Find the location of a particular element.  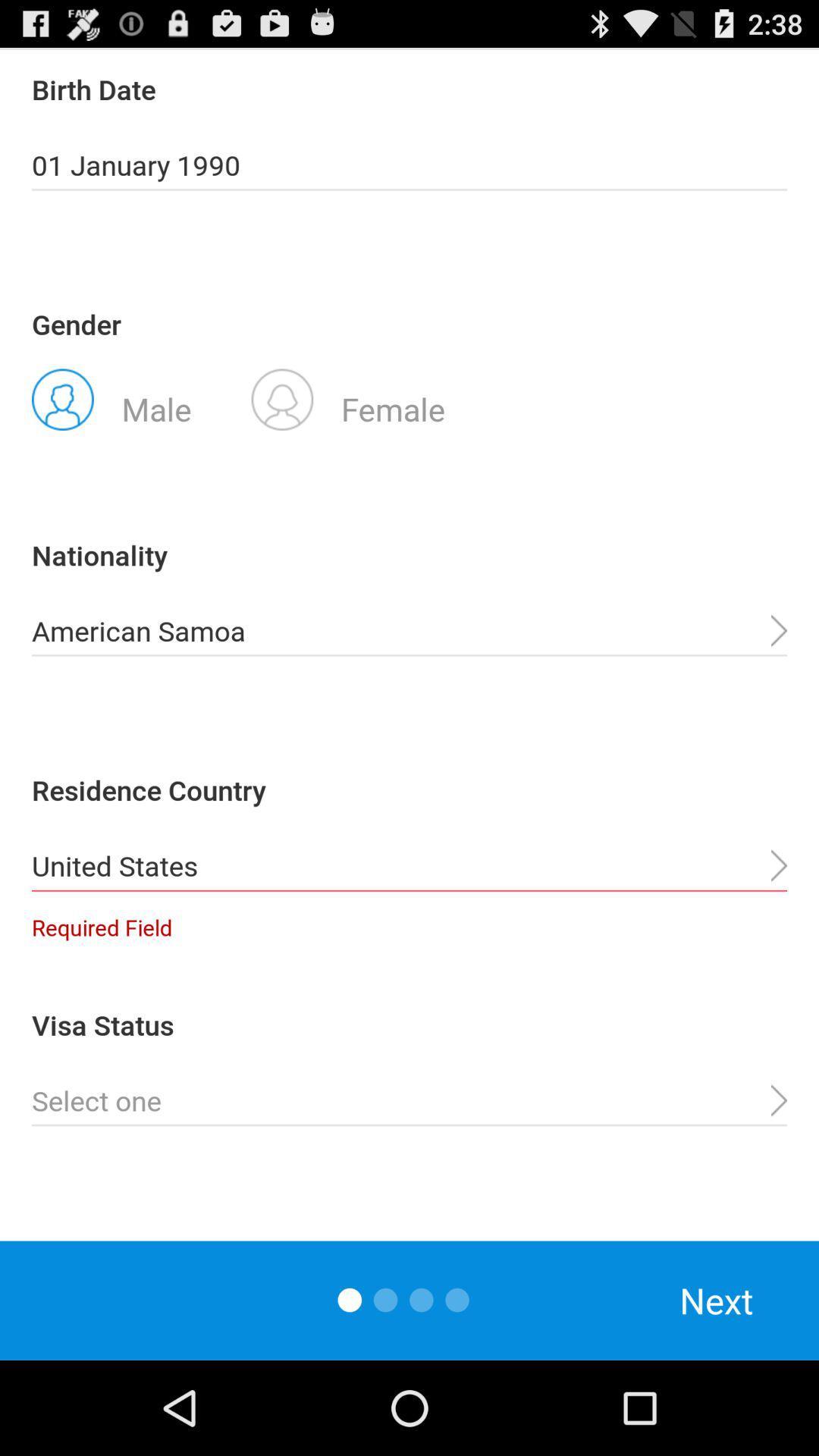

icon to the right of the male is located at coordinates (348, 398).